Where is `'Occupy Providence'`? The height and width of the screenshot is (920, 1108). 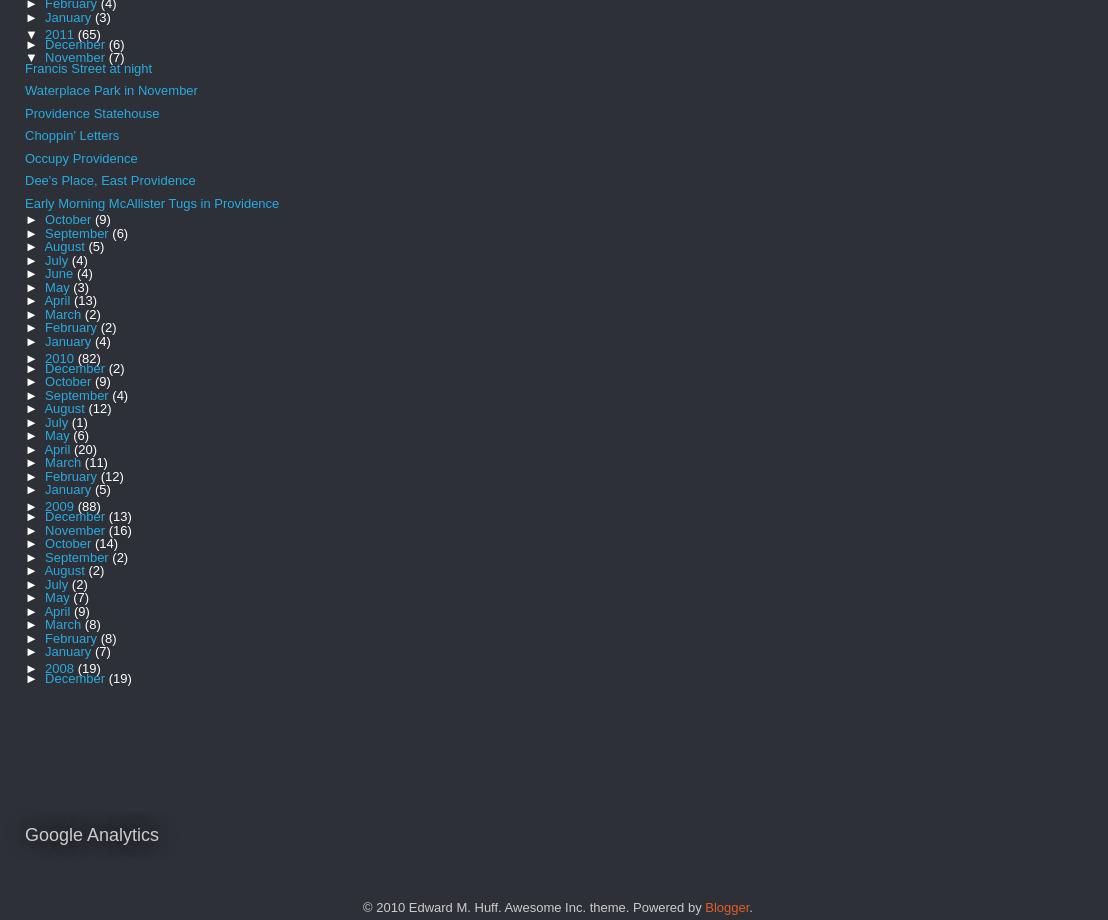 'Occupy Providence' is located at coordinates (25, 156).